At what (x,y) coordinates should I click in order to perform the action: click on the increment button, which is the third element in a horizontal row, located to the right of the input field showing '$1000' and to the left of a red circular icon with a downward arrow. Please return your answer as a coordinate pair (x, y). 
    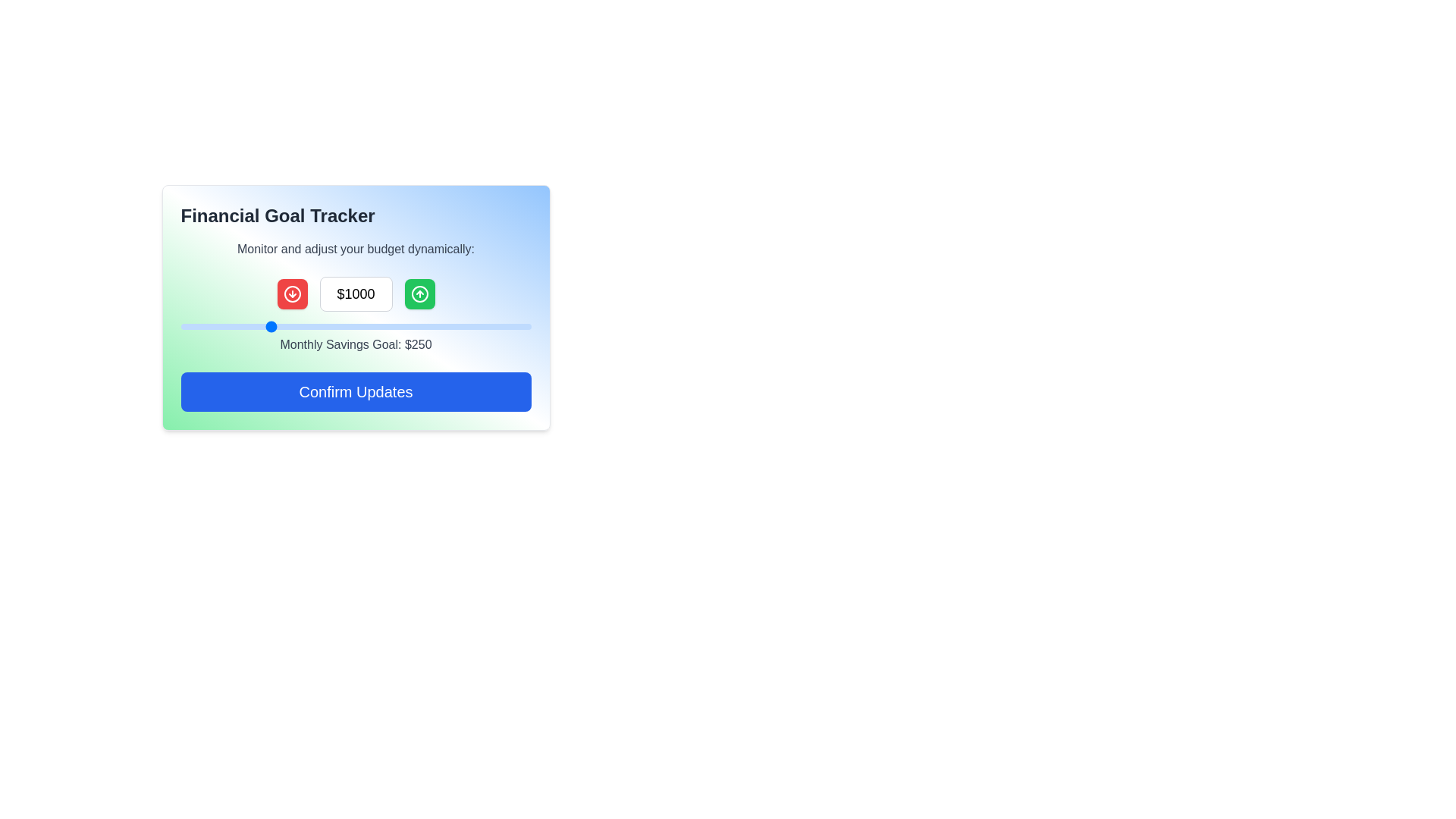
    Looking at the image, I should click on (419, 294).